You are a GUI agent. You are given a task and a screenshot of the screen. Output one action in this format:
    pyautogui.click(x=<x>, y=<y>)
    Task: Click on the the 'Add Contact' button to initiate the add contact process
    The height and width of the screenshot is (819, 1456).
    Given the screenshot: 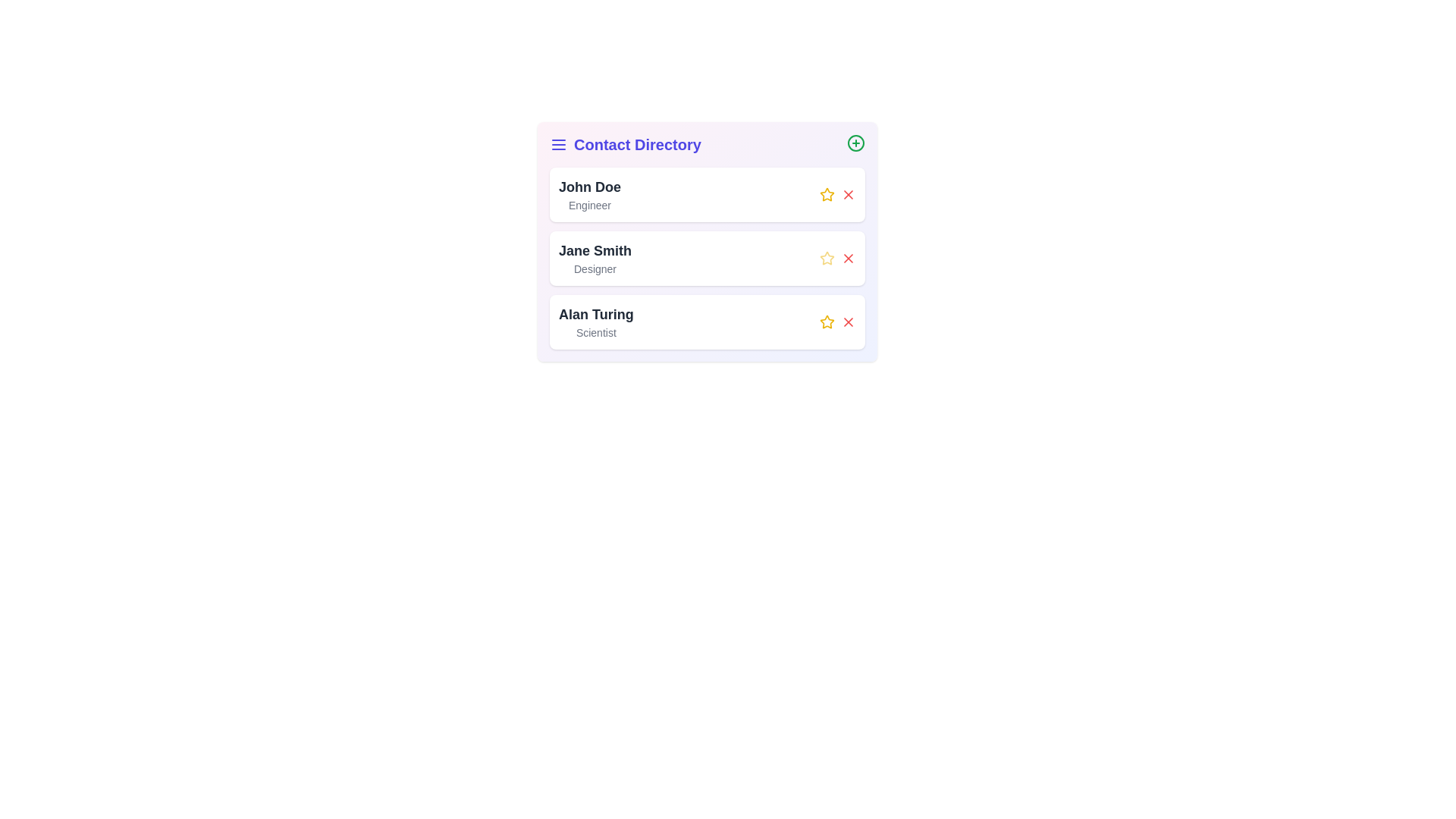 What is the action you would take?
    pyautogui.click(x=855, y=143)
    